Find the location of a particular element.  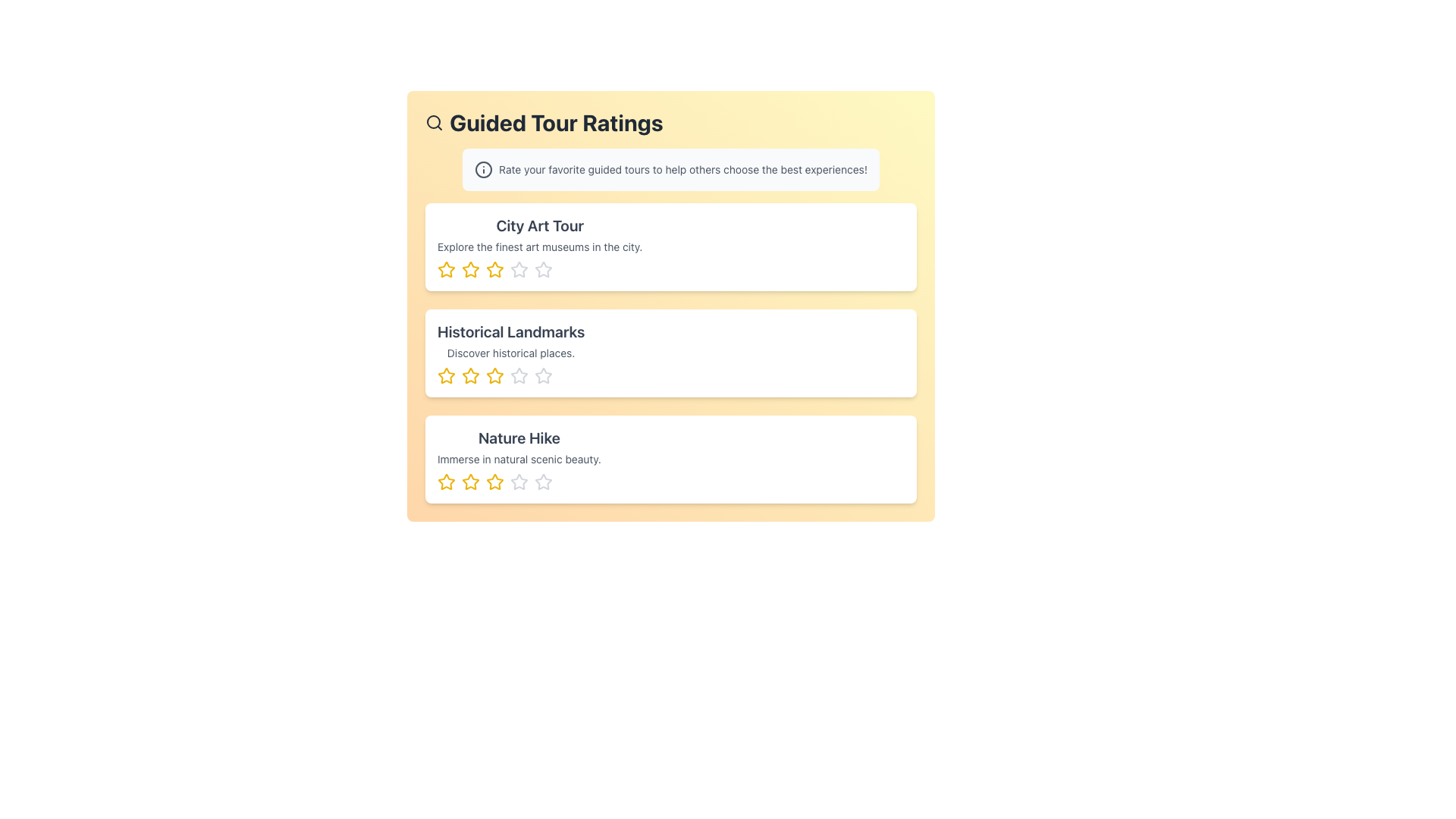

the informational module that provides information about historical landmarks and allows for rating through star icons, located between the 'City Art Tour' module and the 'Nature Hike' module is located at coordinates (670, 353).